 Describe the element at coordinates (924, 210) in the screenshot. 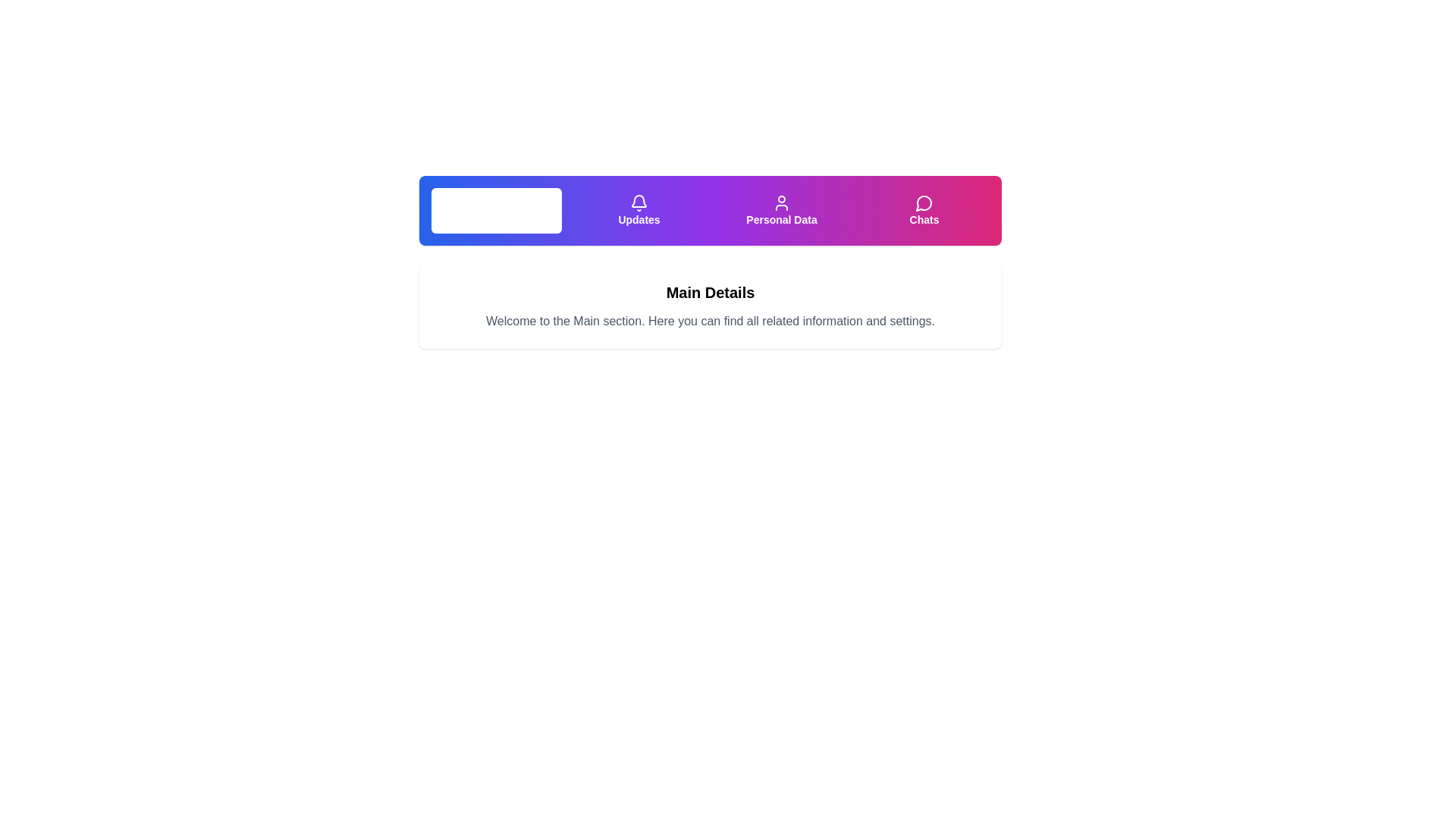

I see `the navigational button for chats, which is the fourth item in the menu bar` at that location.